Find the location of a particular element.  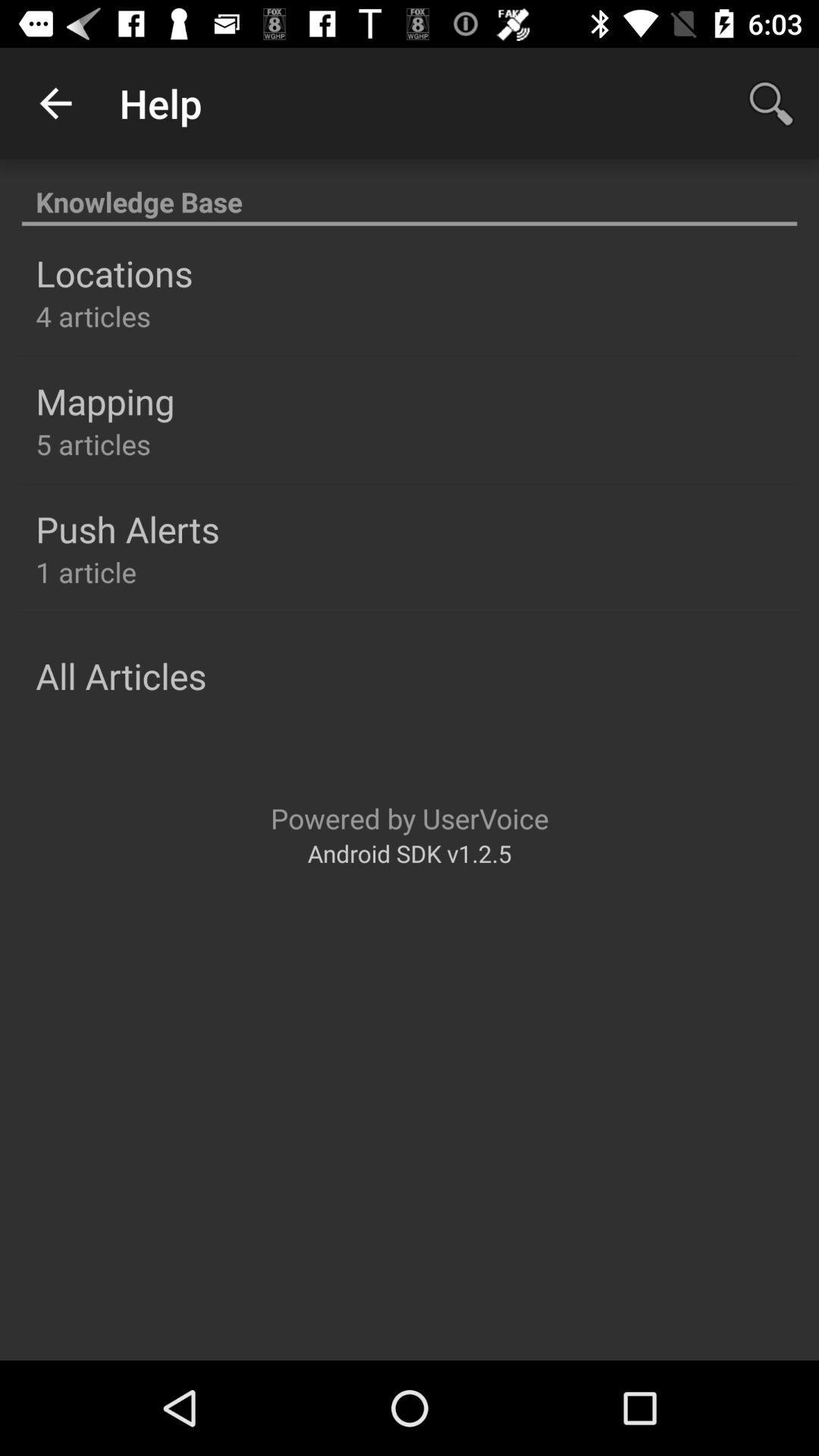

the app next to help app is located at coordinates (55, 102).